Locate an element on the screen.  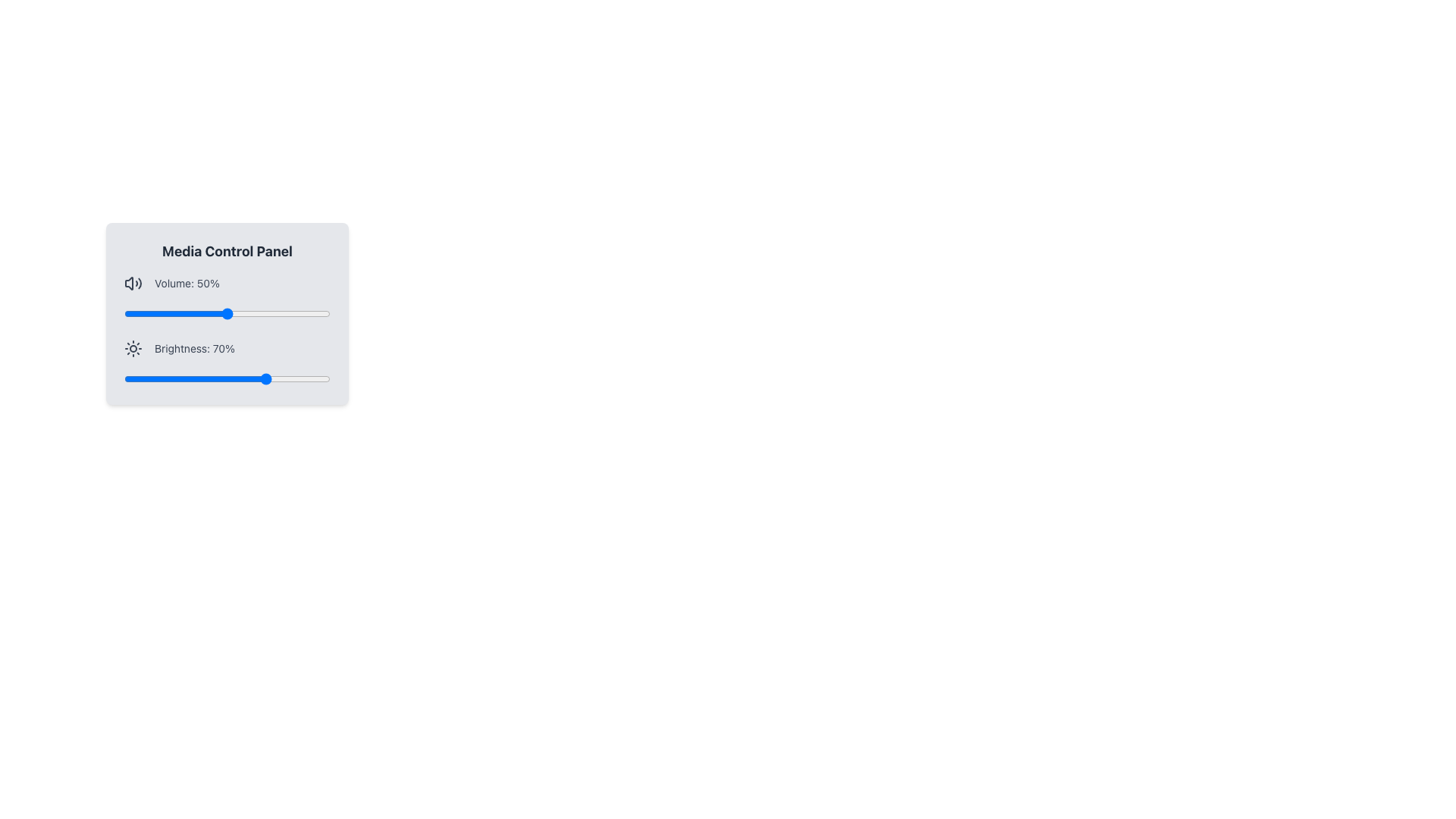
brightness is located at coordinates (243, 378).